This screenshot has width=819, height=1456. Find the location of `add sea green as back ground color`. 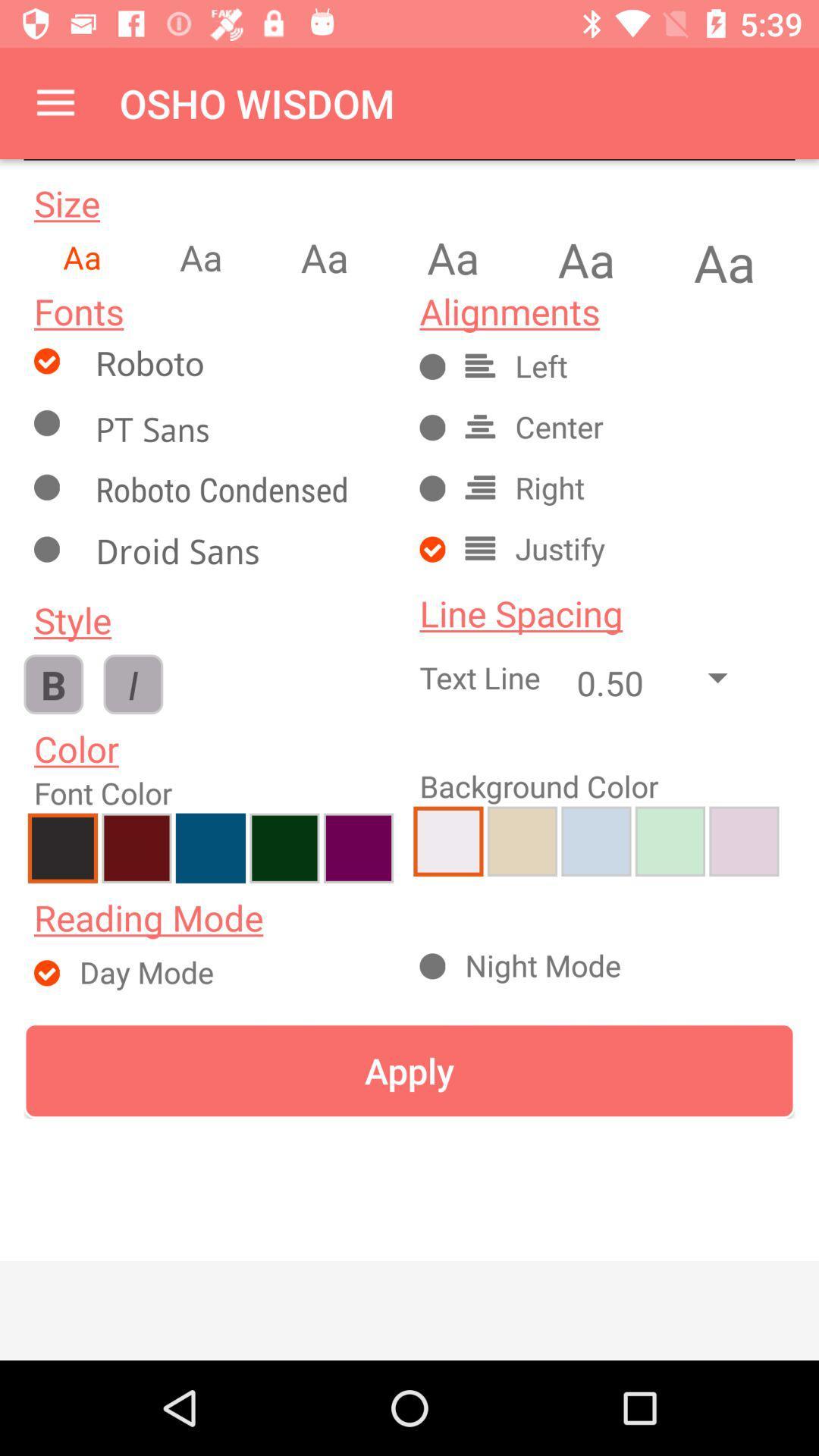

add sea green as back ground color is located at coordinates (669, 840).